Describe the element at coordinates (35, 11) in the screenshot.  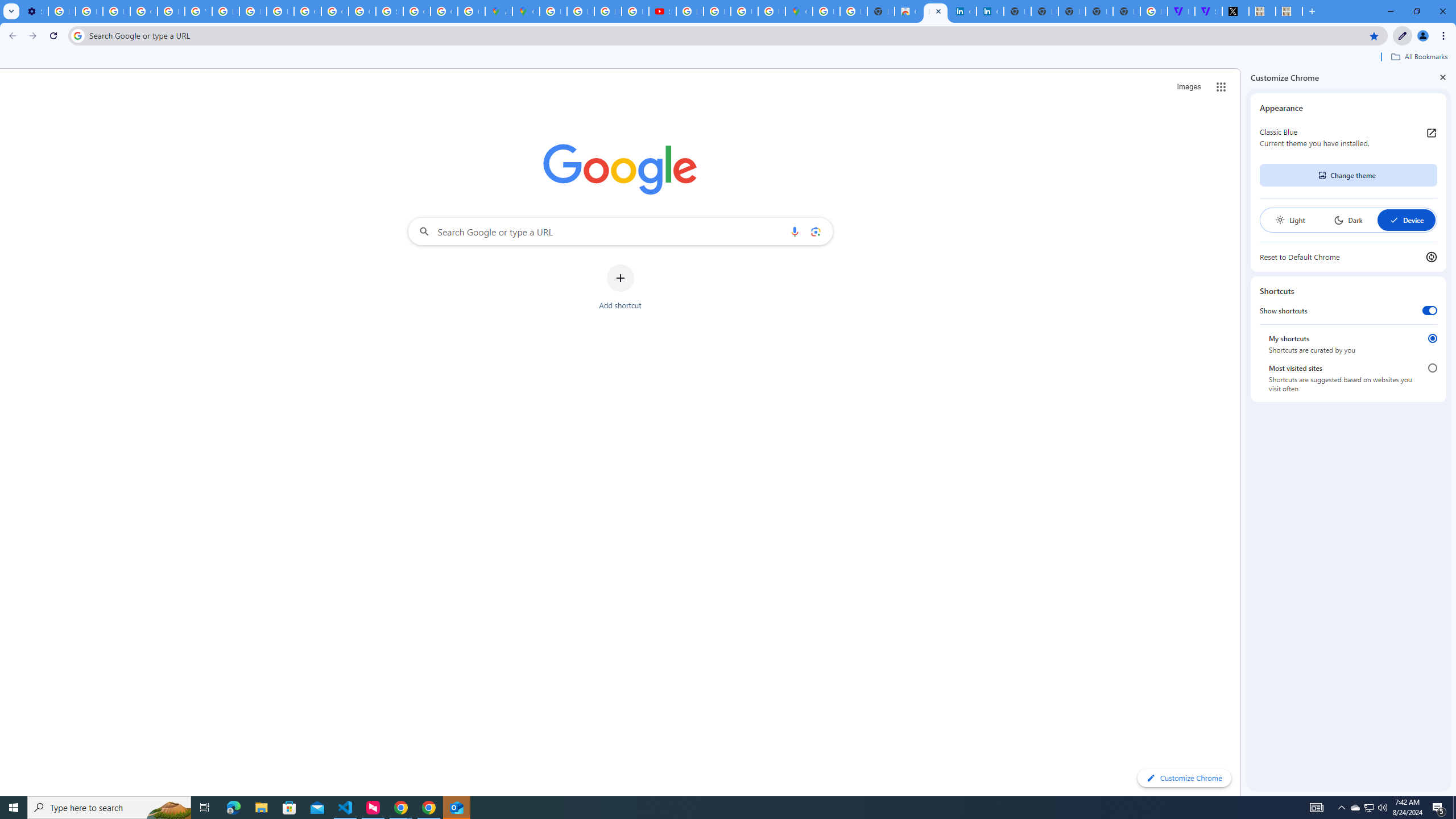
I see `'Settings - Customize profile'` at that location.